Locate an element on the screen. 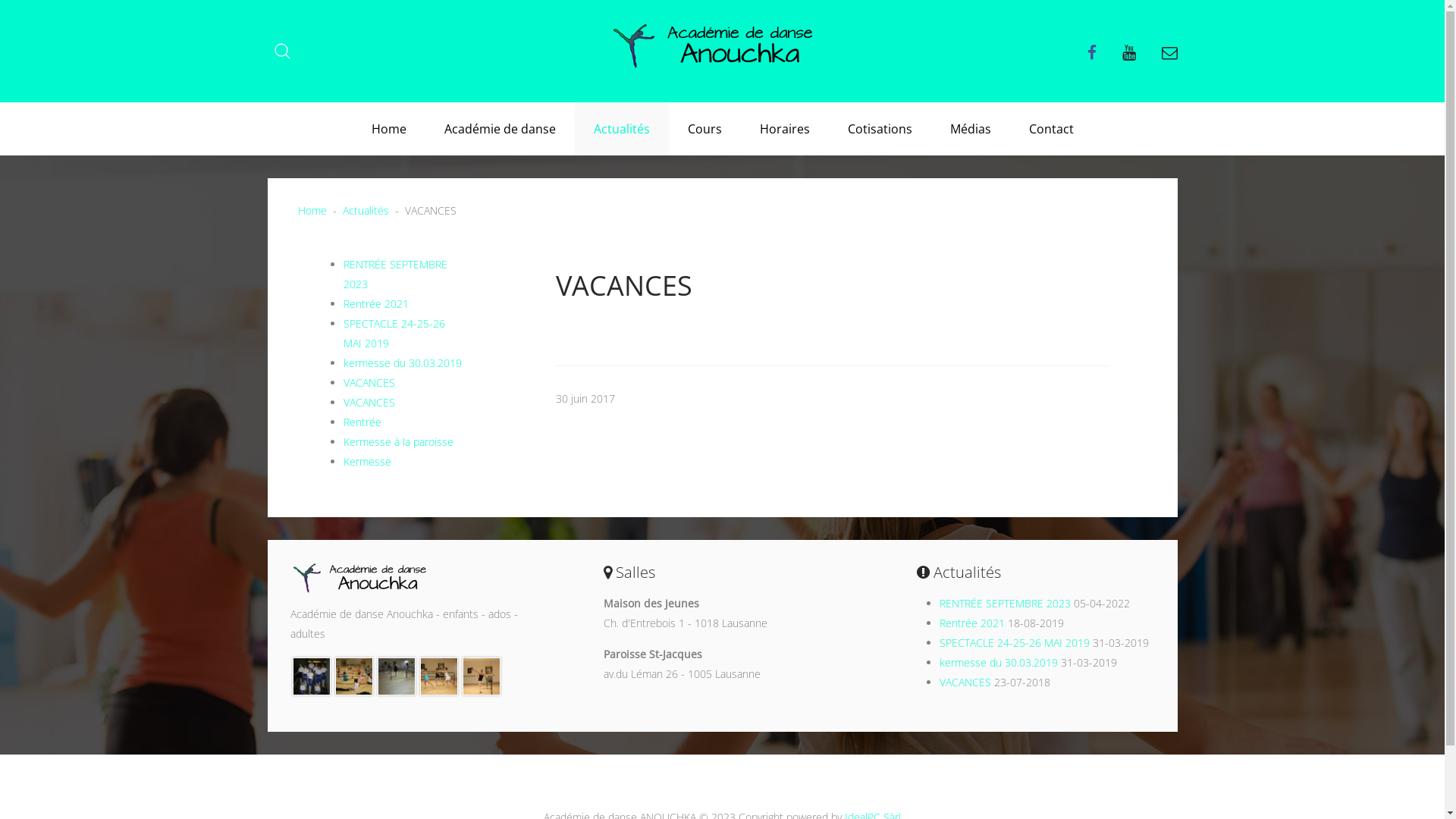 This screenshot has width=1456, height=819. '20170915_182031' is located at coordinates (397, 674).